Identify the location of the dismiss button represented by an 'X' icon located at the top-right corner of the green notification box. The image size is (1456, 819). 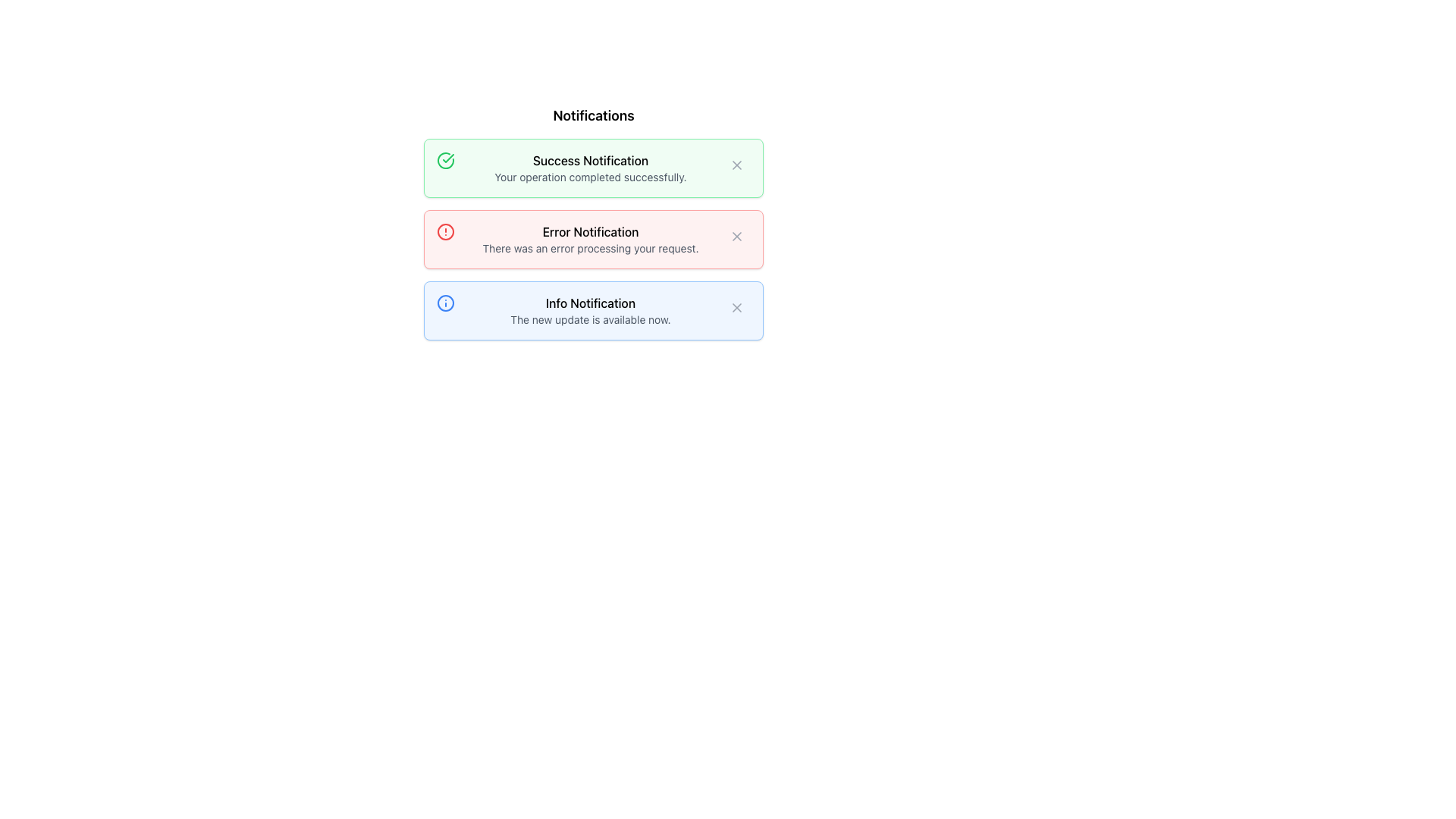
(736, 165).